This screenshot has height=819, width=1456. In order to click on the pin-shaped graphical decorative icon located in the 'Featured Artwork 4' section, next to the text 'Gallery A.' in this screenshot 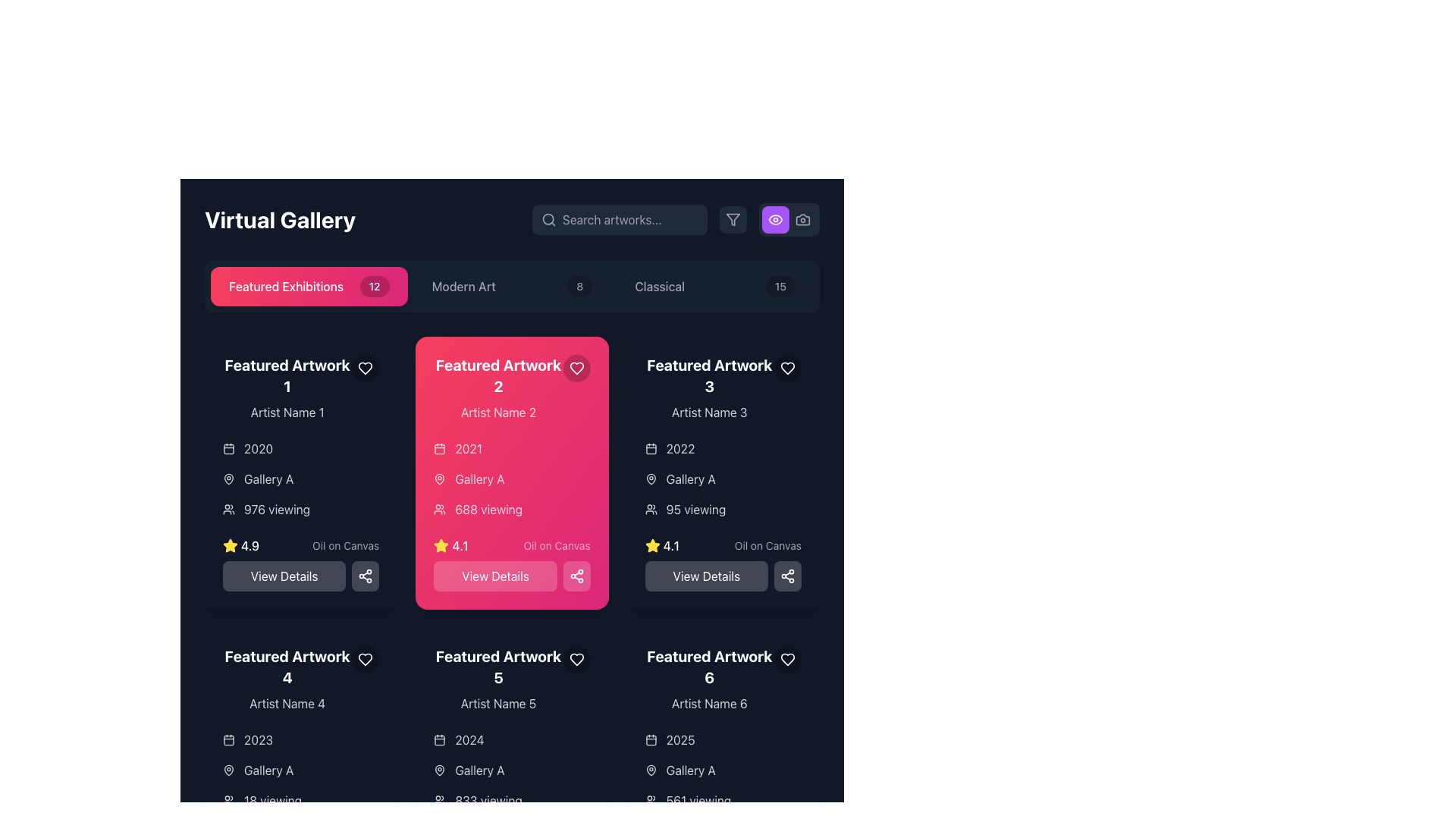, I will do `click(228, 770)`.